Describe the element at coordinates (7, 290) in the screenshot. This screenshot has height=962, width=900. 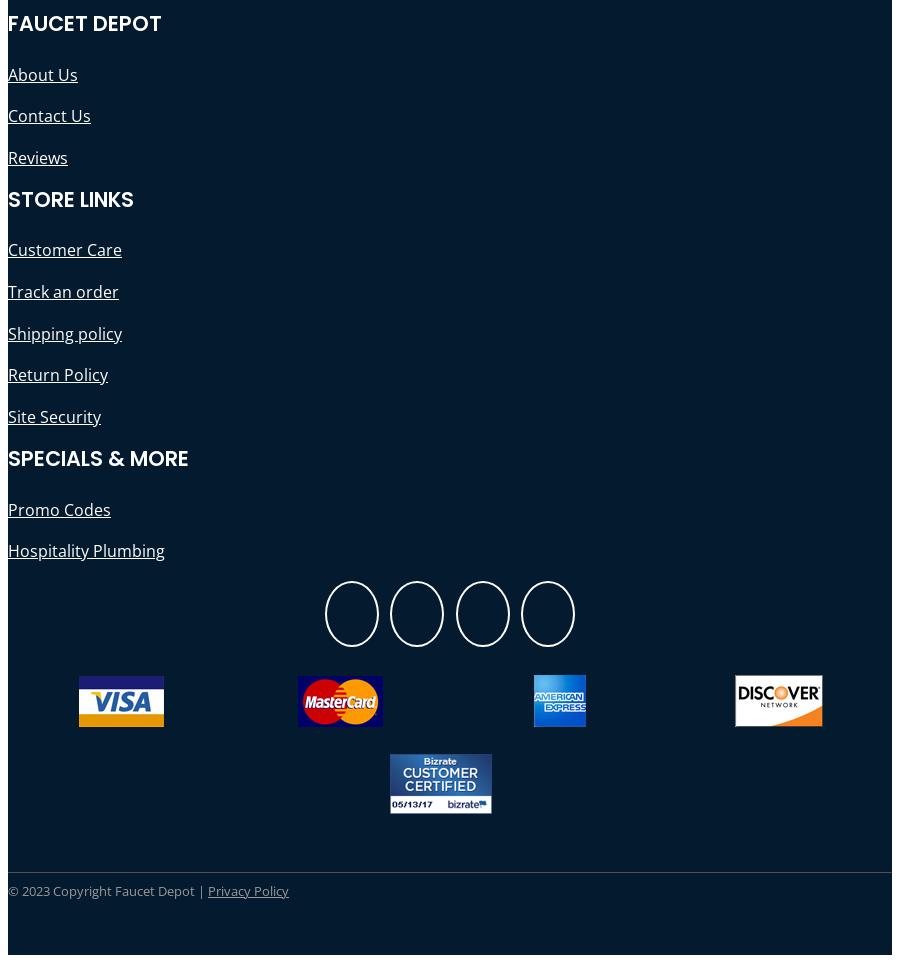
I see `'Track an order'` at that location.